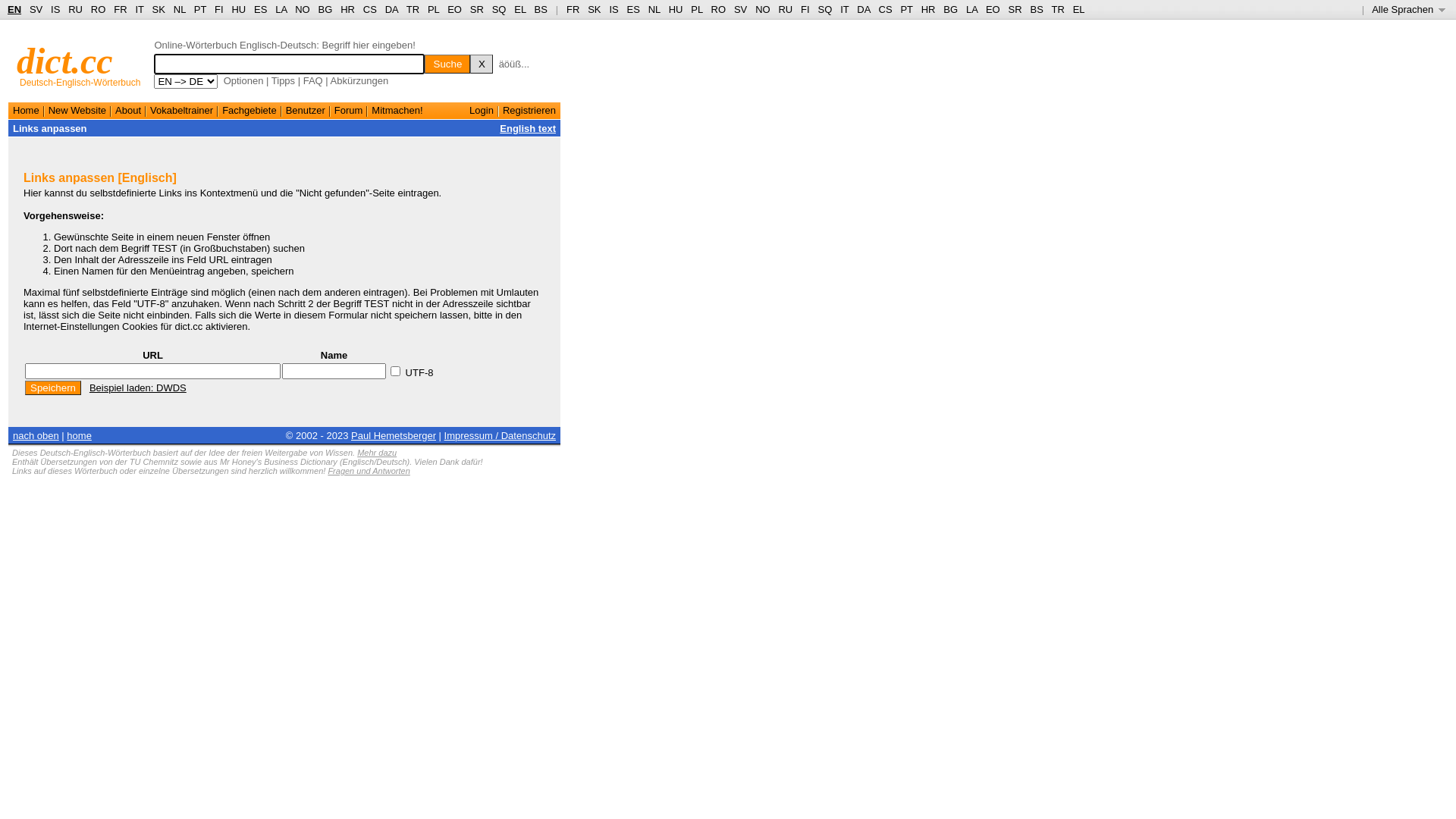 The image size is (1456, 819). Describe the element at coordinates (785, 9) in the screenshot. I see `'RU'` at that location.